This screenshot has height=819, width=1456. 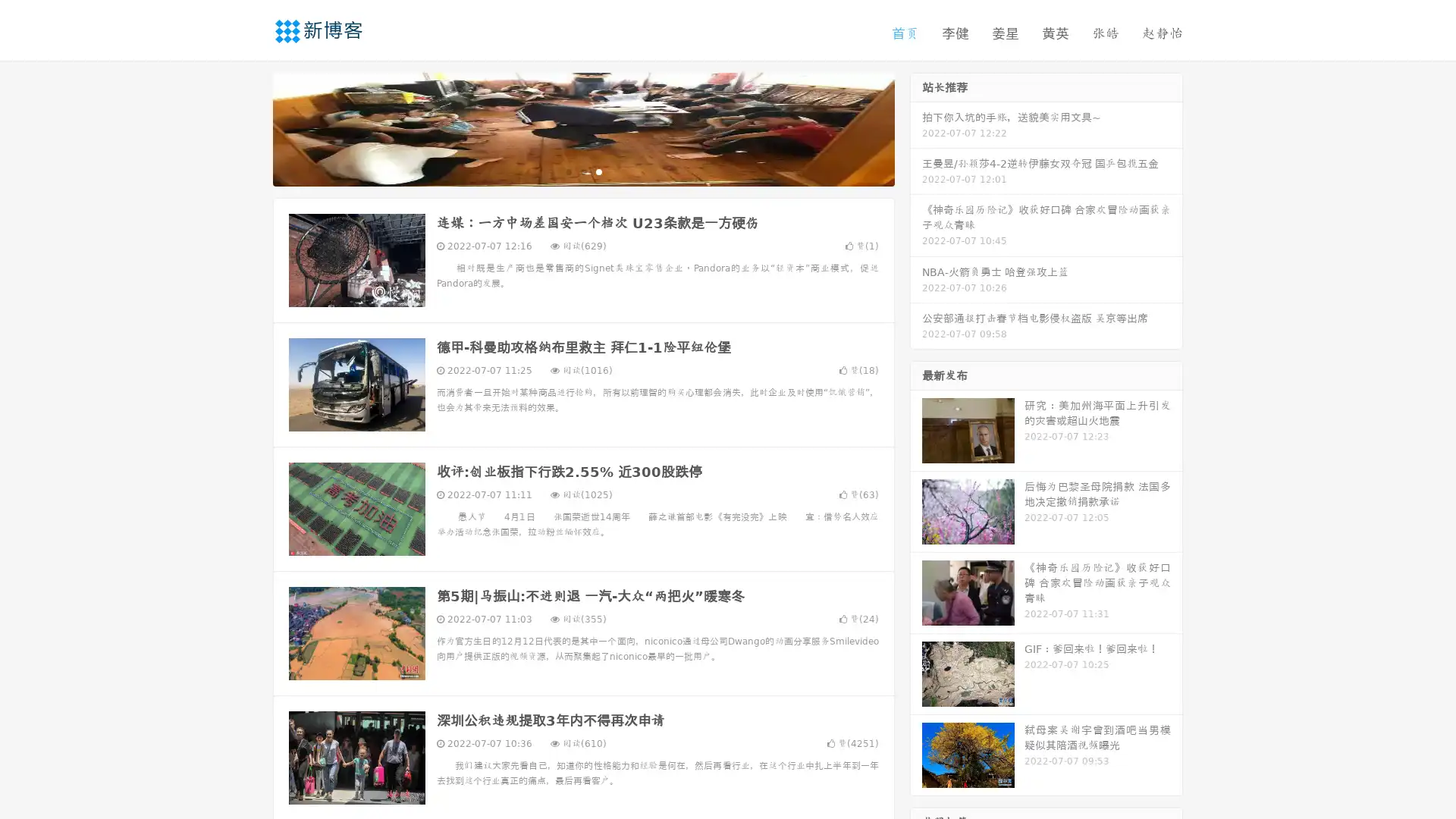 What do you see at coordinates (916, 127) in the screenshot?
I see `Next slide` at bounding box center [916, 127].